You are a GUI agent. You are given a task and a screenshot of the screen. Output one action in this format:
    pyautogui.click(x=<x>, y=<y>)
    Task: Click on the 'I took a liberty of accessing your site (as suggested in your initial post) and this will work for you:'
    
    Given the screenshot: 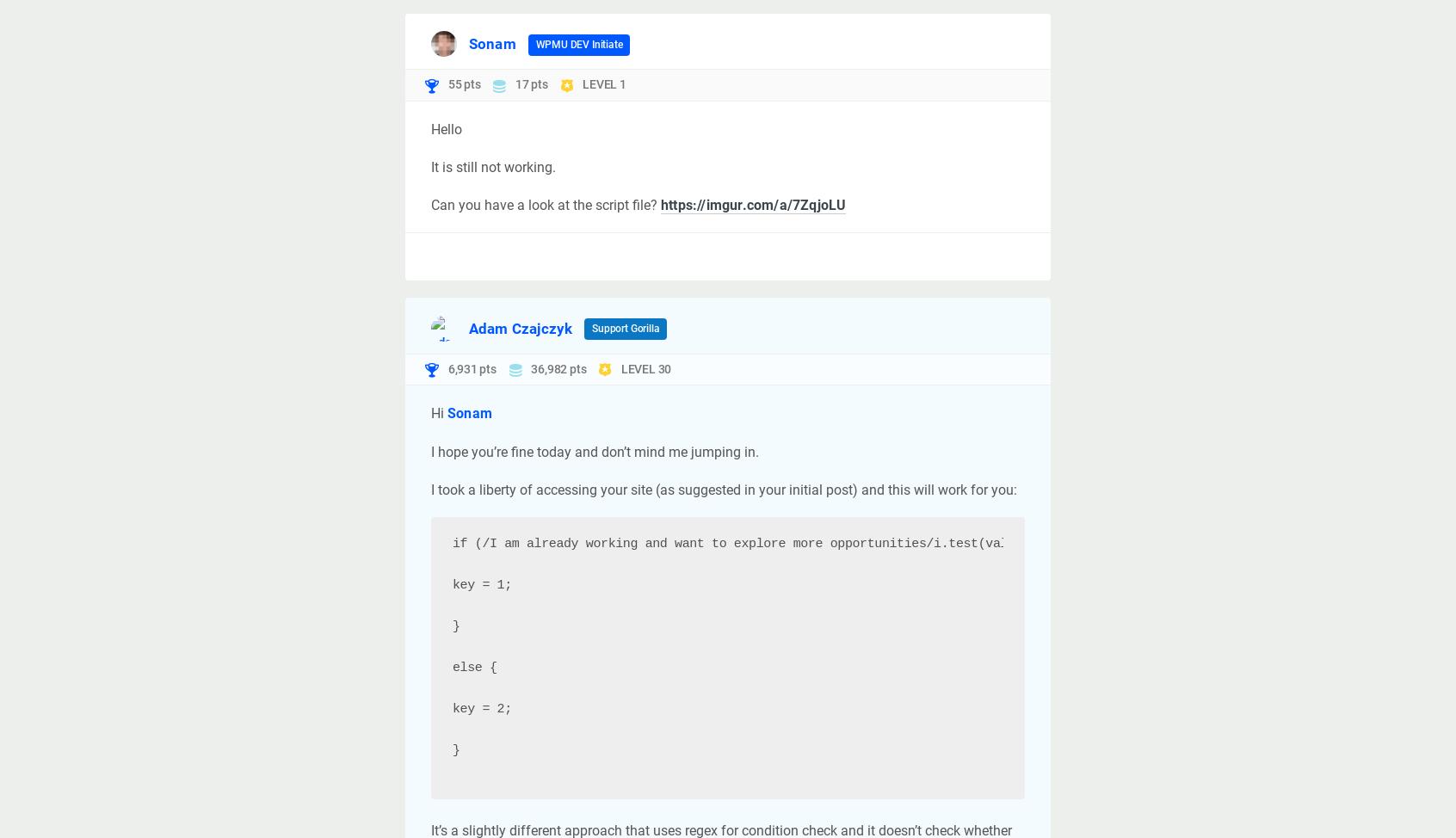 What is the action you would take?
    pyautogui.click(x=724, y=489)
    